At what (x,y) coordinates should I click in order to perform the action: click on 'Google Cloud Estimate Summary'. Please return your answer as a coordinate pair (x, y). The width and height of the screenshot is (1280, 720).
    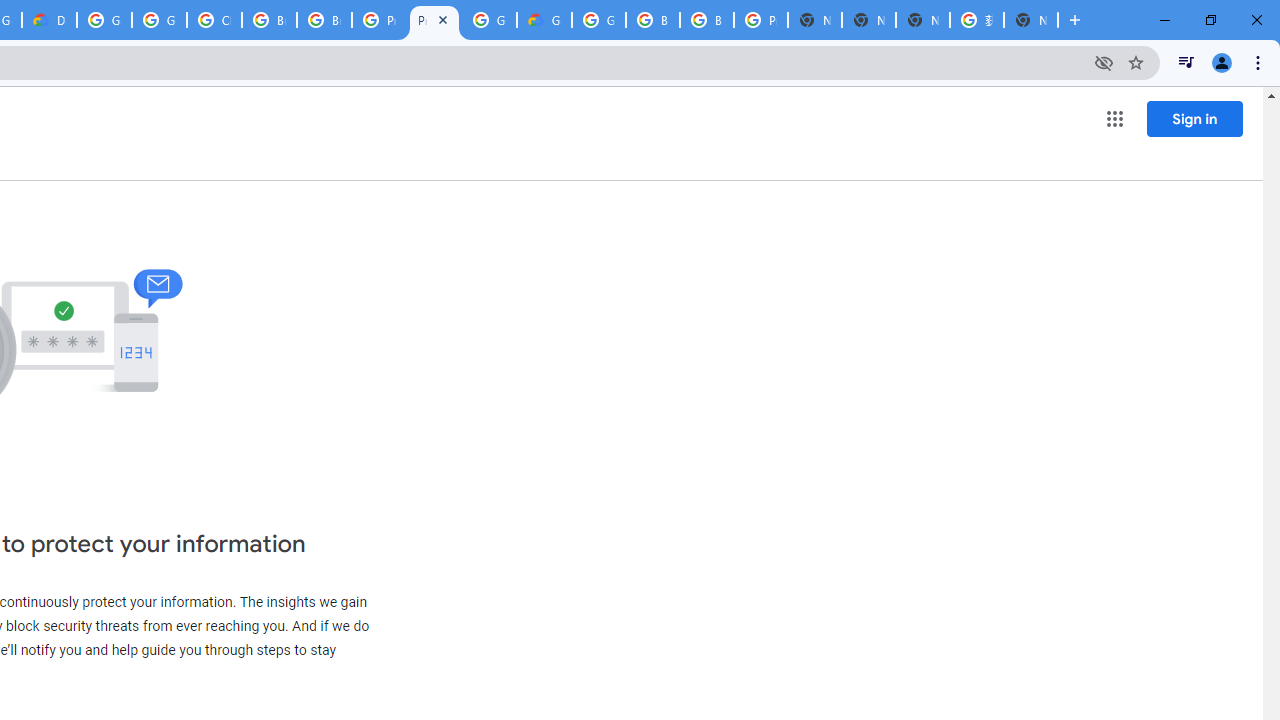
    Looking at the image, I should click on (544, 20).